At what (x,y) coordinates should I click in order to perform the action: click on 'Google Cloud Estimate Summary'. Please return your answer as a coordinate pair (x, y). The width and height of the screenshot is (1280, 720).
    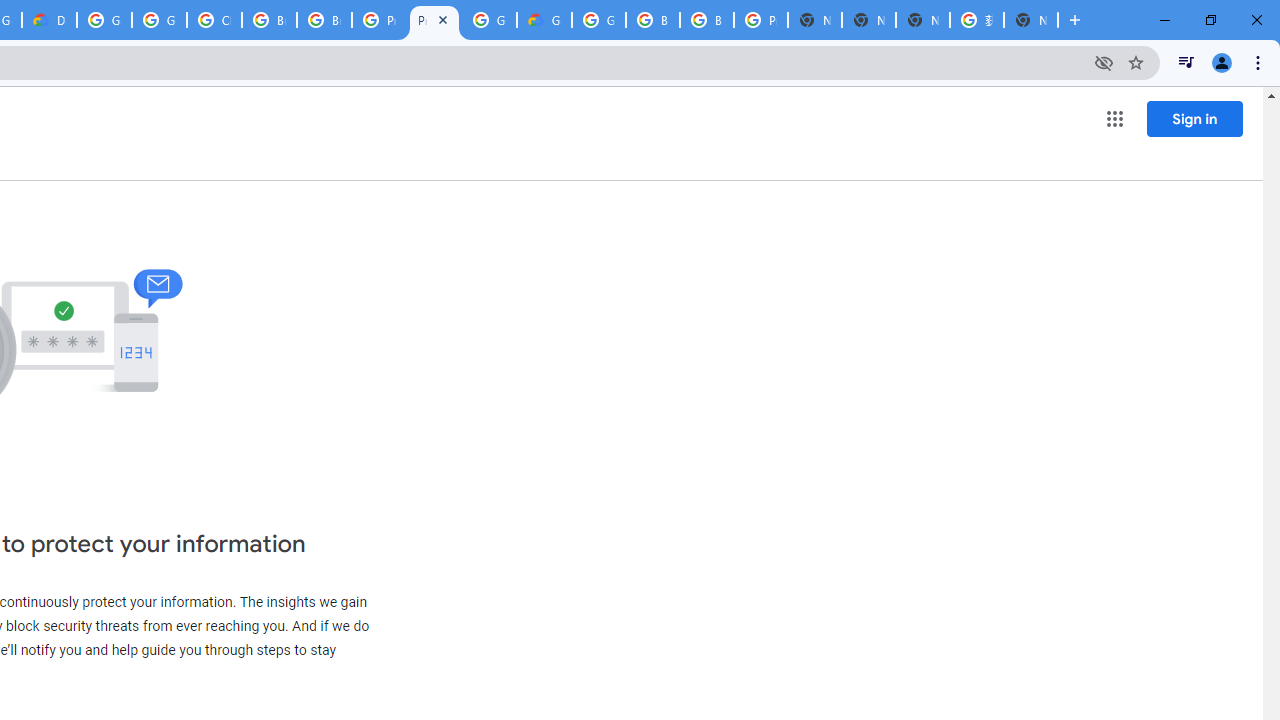
    Looking at the image, I should click on (544, 20).